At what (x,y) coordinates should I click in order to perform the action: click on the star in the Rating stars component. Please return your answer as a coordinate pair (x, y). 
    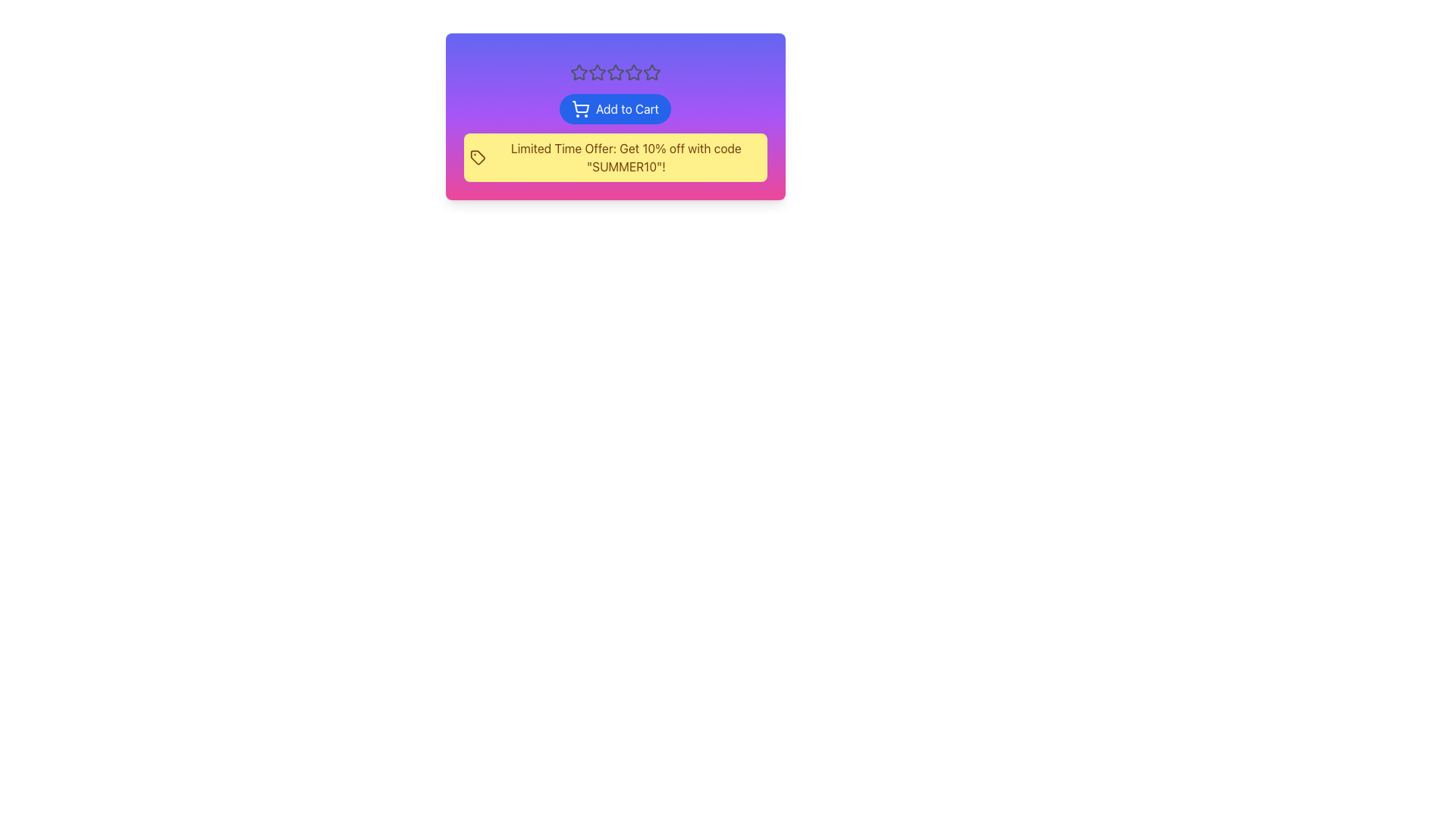
    Looking at the image, I should click on (615, 73).